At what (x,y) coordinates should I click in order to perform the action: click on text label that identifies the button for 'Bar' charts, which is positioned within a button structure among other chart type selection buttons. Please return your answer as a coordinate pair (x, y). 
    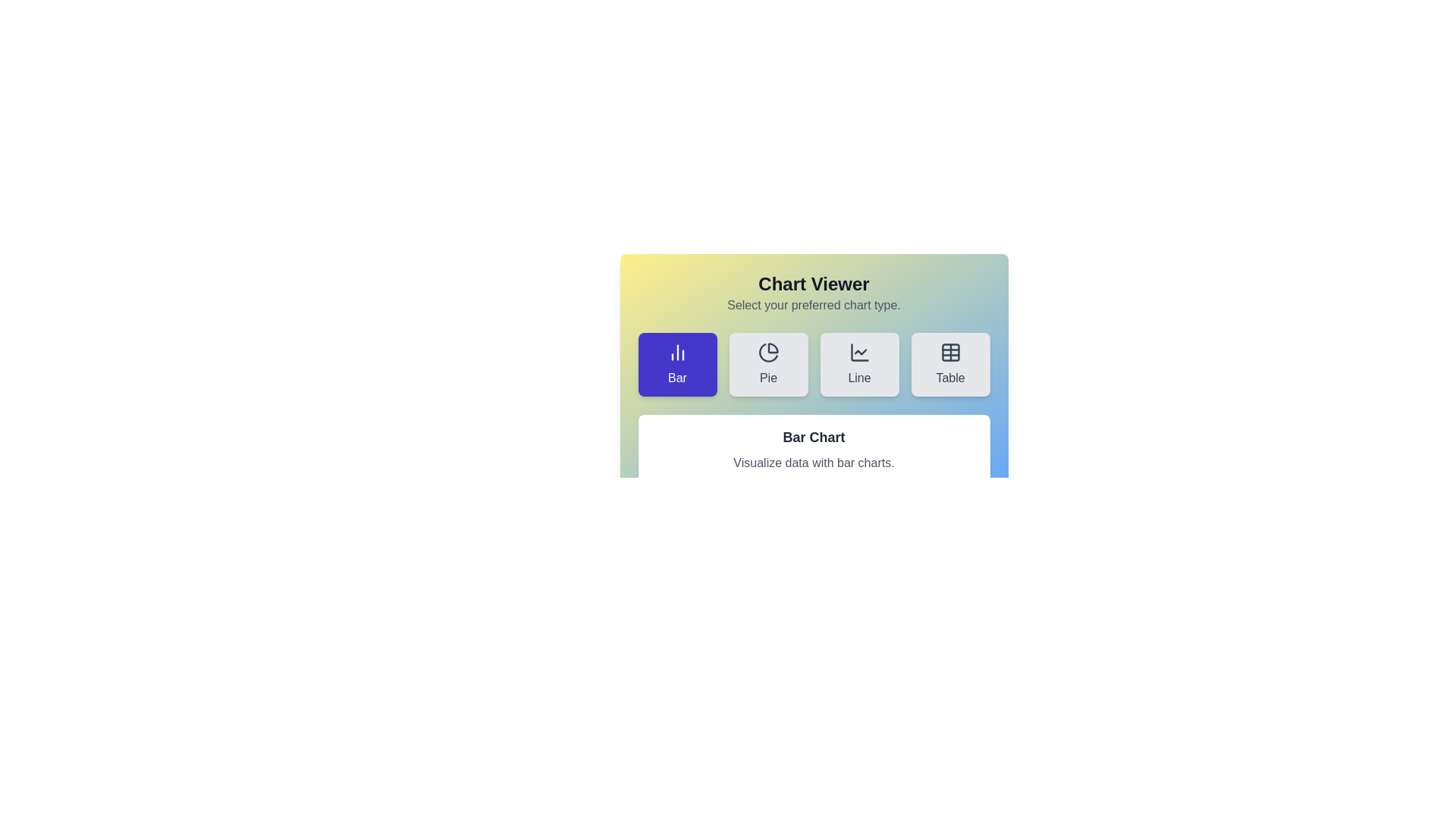
    Looking at the image, I should click on (676, 377).